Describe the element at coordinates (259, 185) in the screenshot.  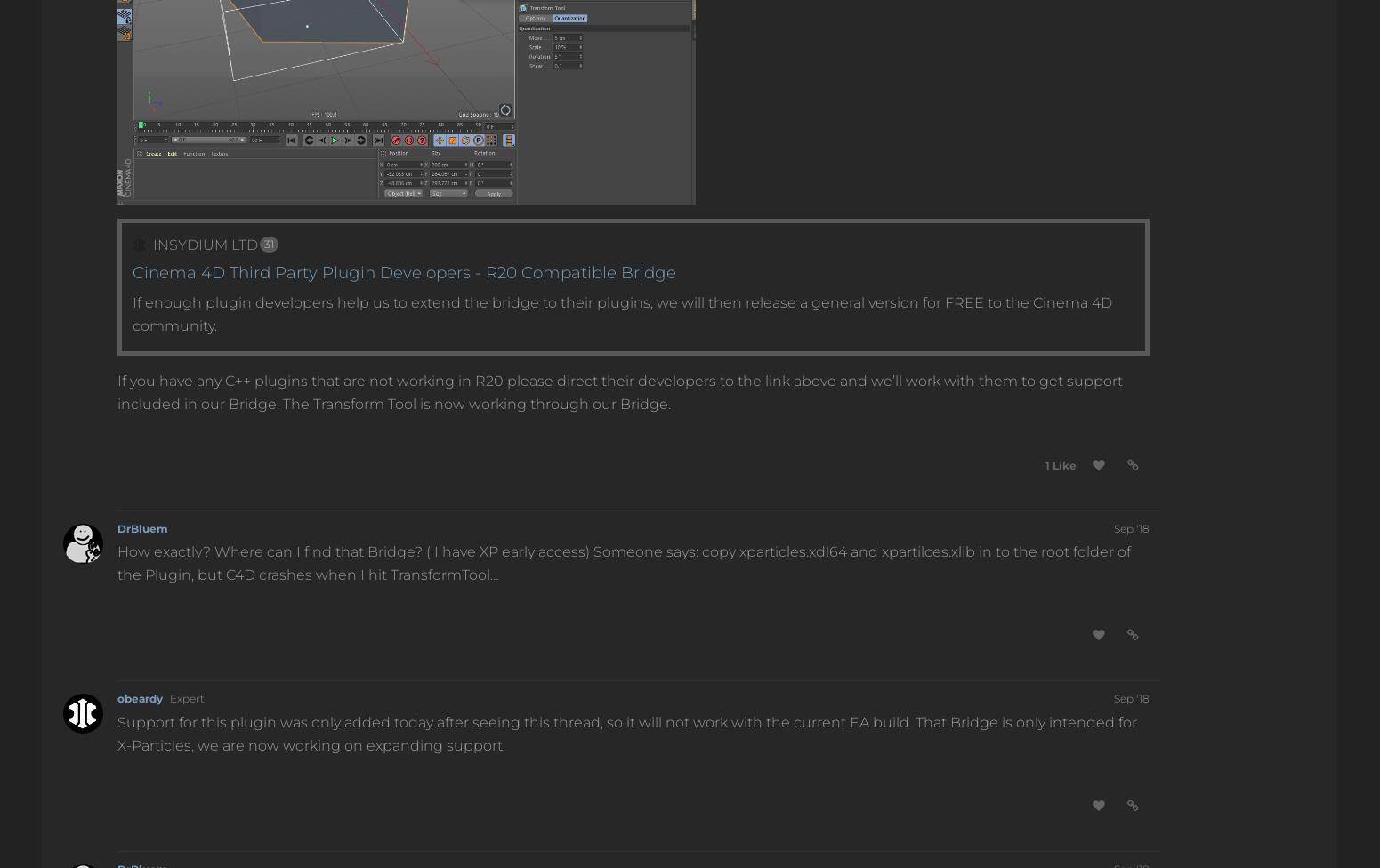
I see `'1251x962 293 KB'` at that location.